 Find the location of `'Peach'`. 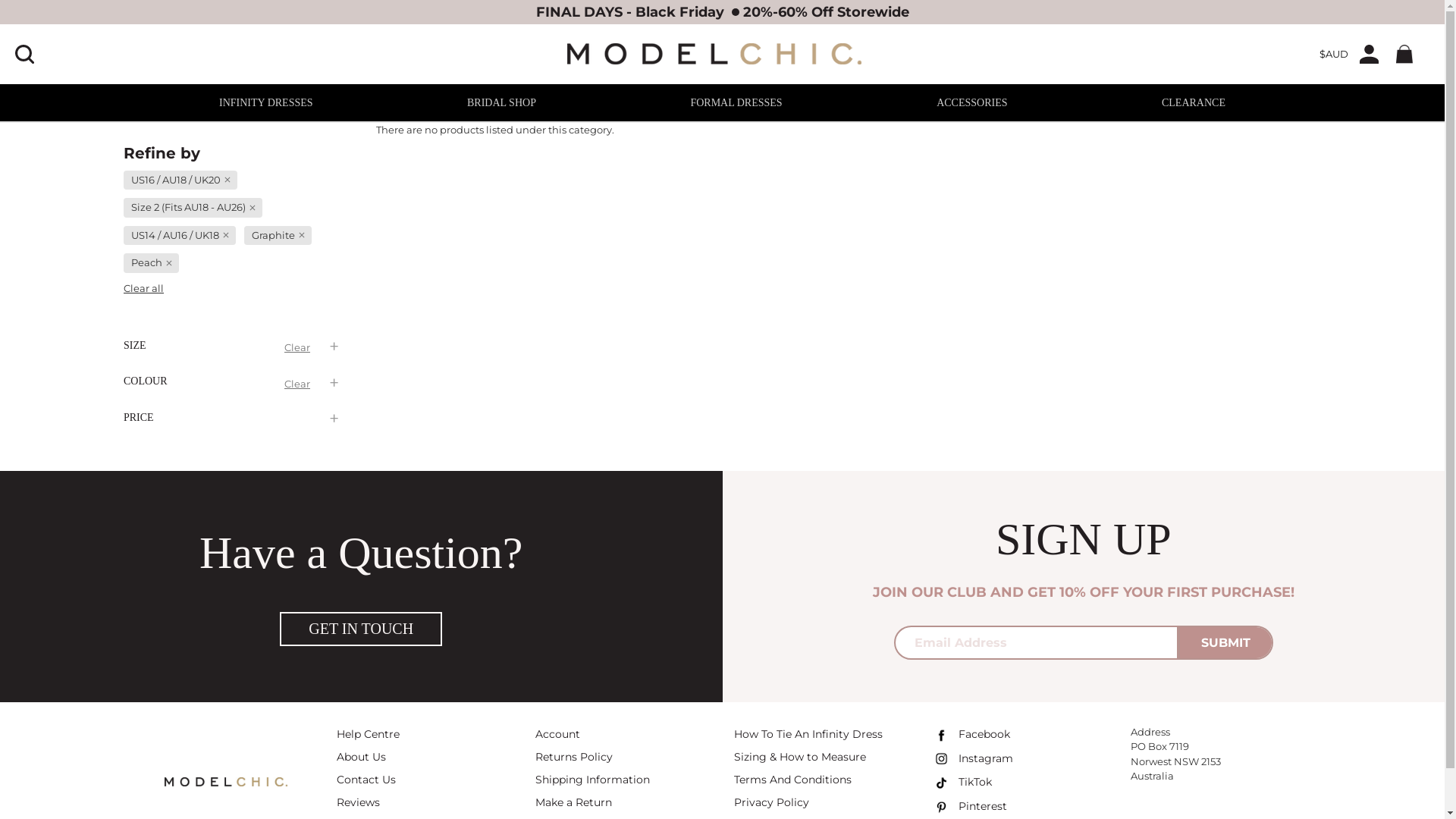

'Peach' is located at coordinates (151, 262).